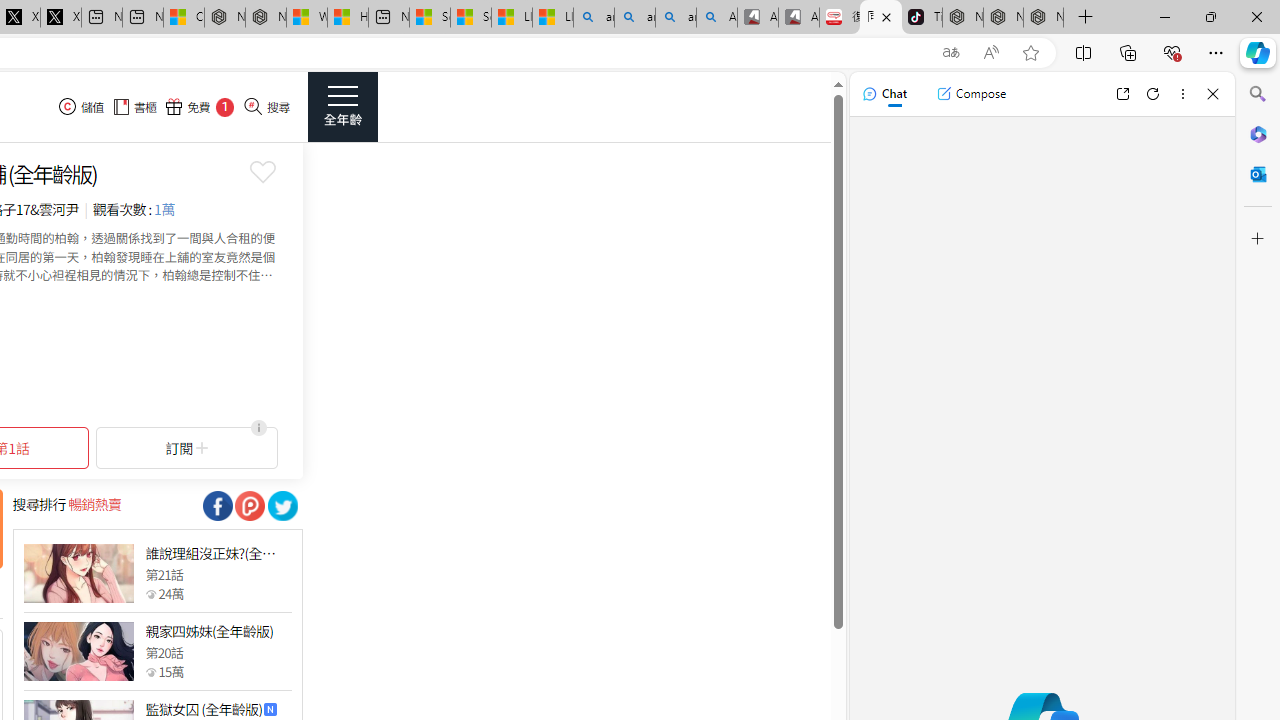 This screenshot has width=1280, height=720. Describe the element at coordinates (971, 93) in the screenshot. I see `'Compose'` at that location.